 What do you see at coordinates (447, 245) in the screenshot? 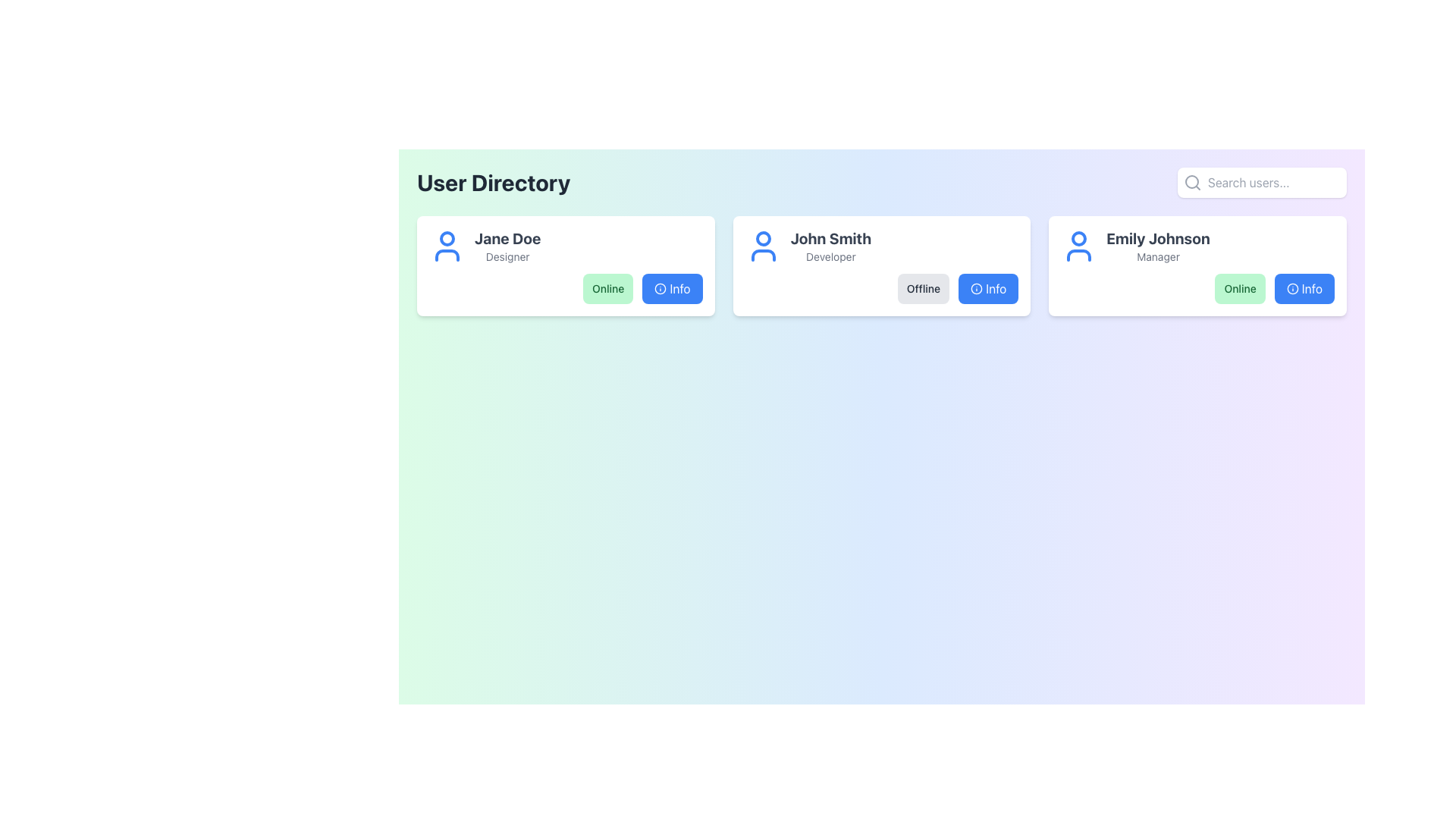
I see `the user avatar icon for 'Jane Doe', which is positioned at the far left of the user information card` at bounding box center [447, 245].